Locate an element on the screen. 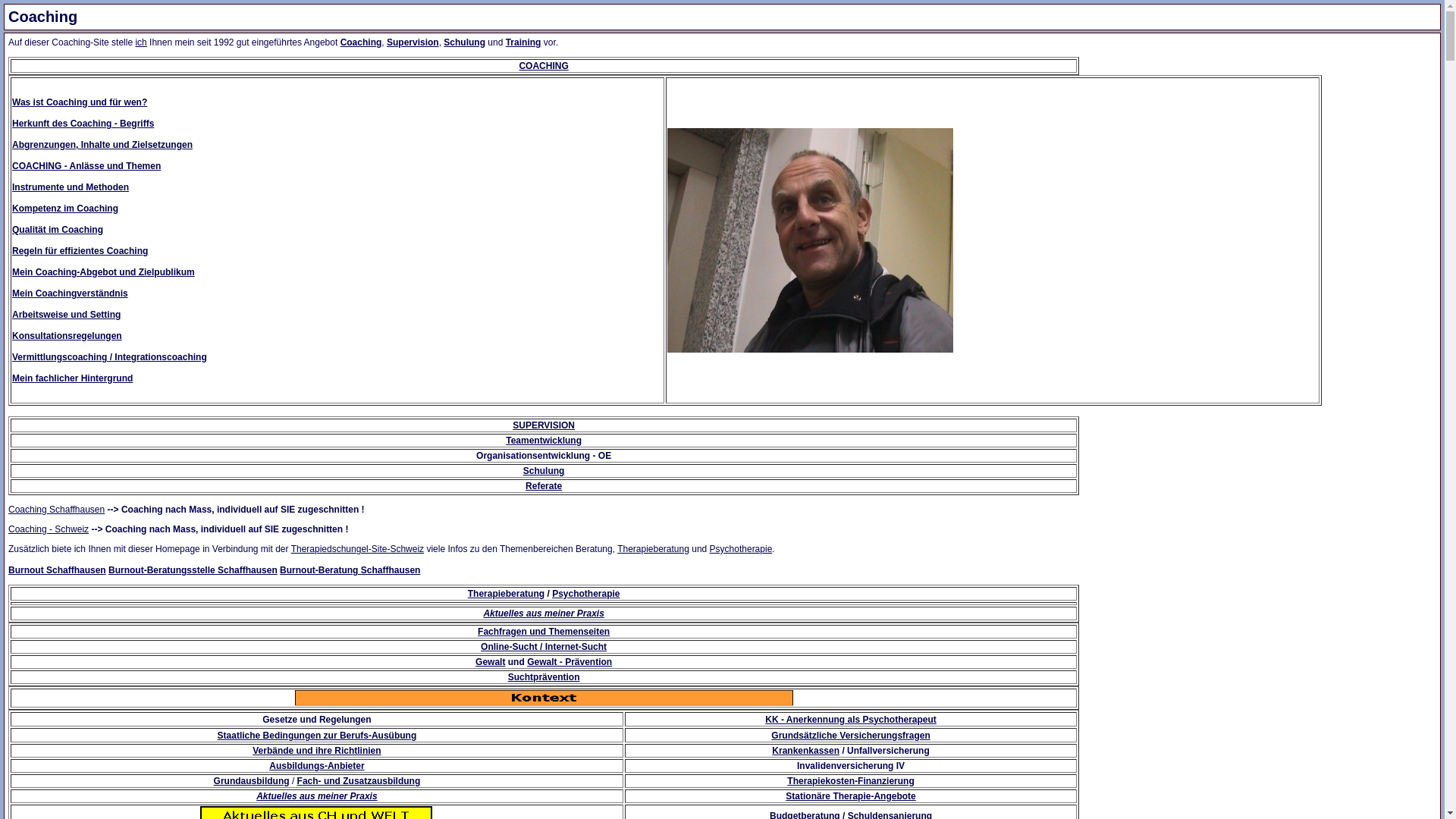 This screenshot has width=1456, height=819. 'Therapiedschungel-Site-Schweiz' is located at coordinates (356, 549).